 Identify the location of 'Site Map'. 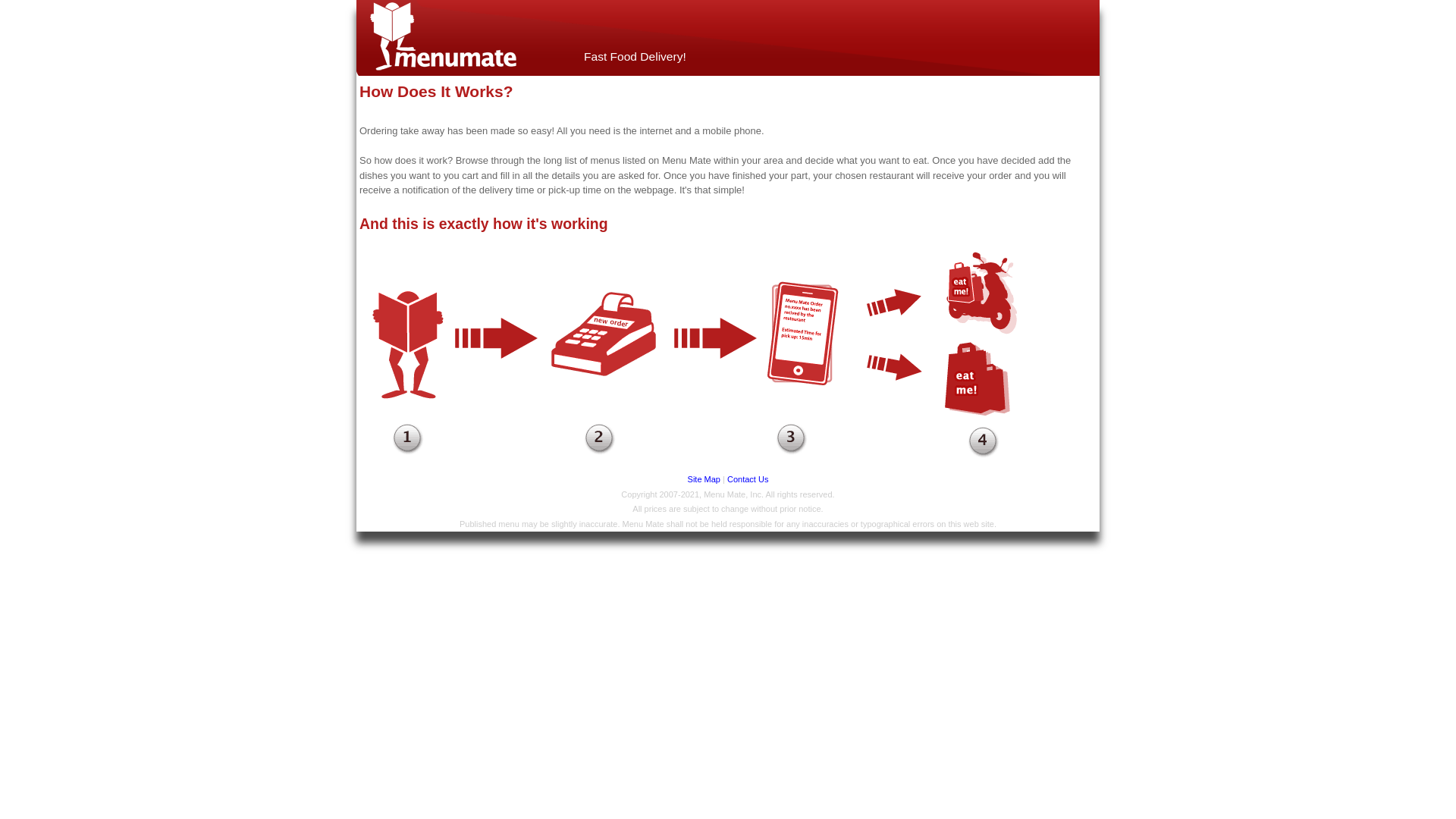
(687, 479).